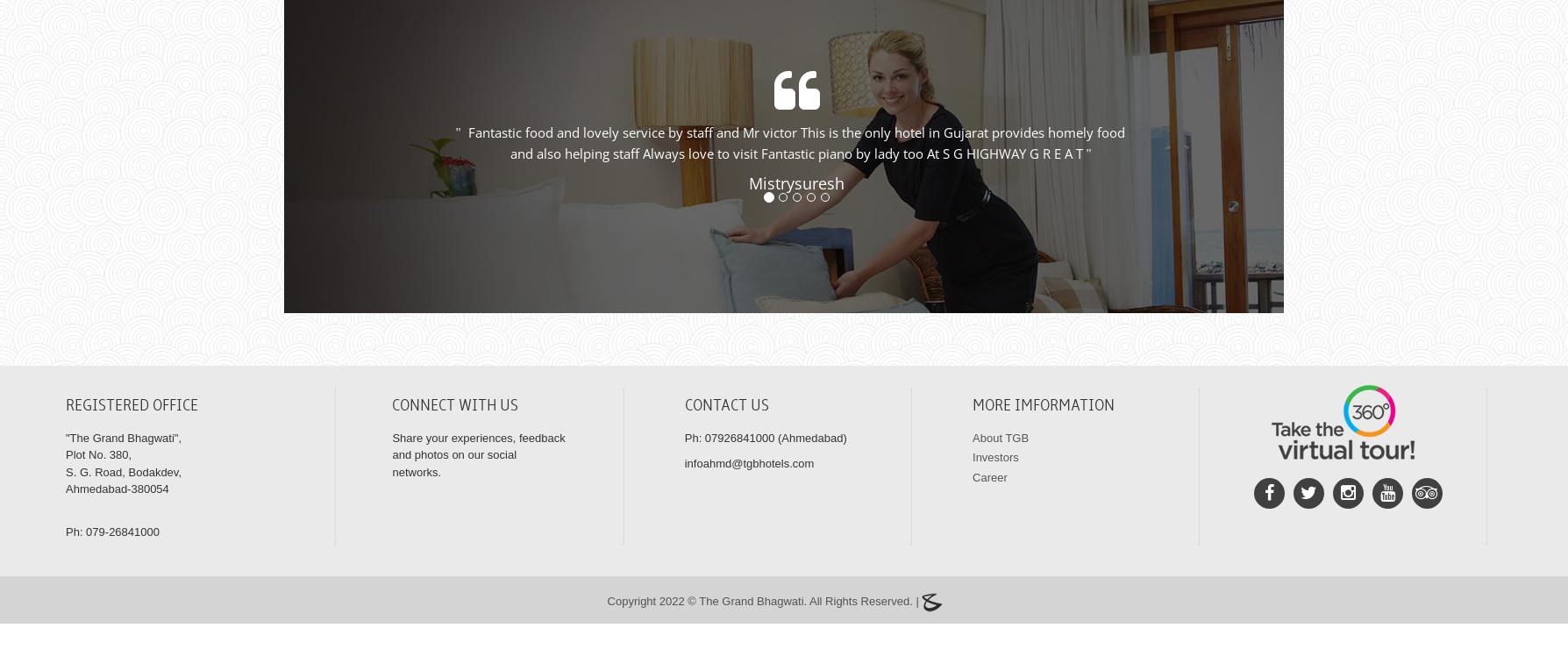 This screenshot has height=671, width=1568. Describe the element at coordinates (455, 426) in the screenshot. I see `'Connect With Us'` at that location.